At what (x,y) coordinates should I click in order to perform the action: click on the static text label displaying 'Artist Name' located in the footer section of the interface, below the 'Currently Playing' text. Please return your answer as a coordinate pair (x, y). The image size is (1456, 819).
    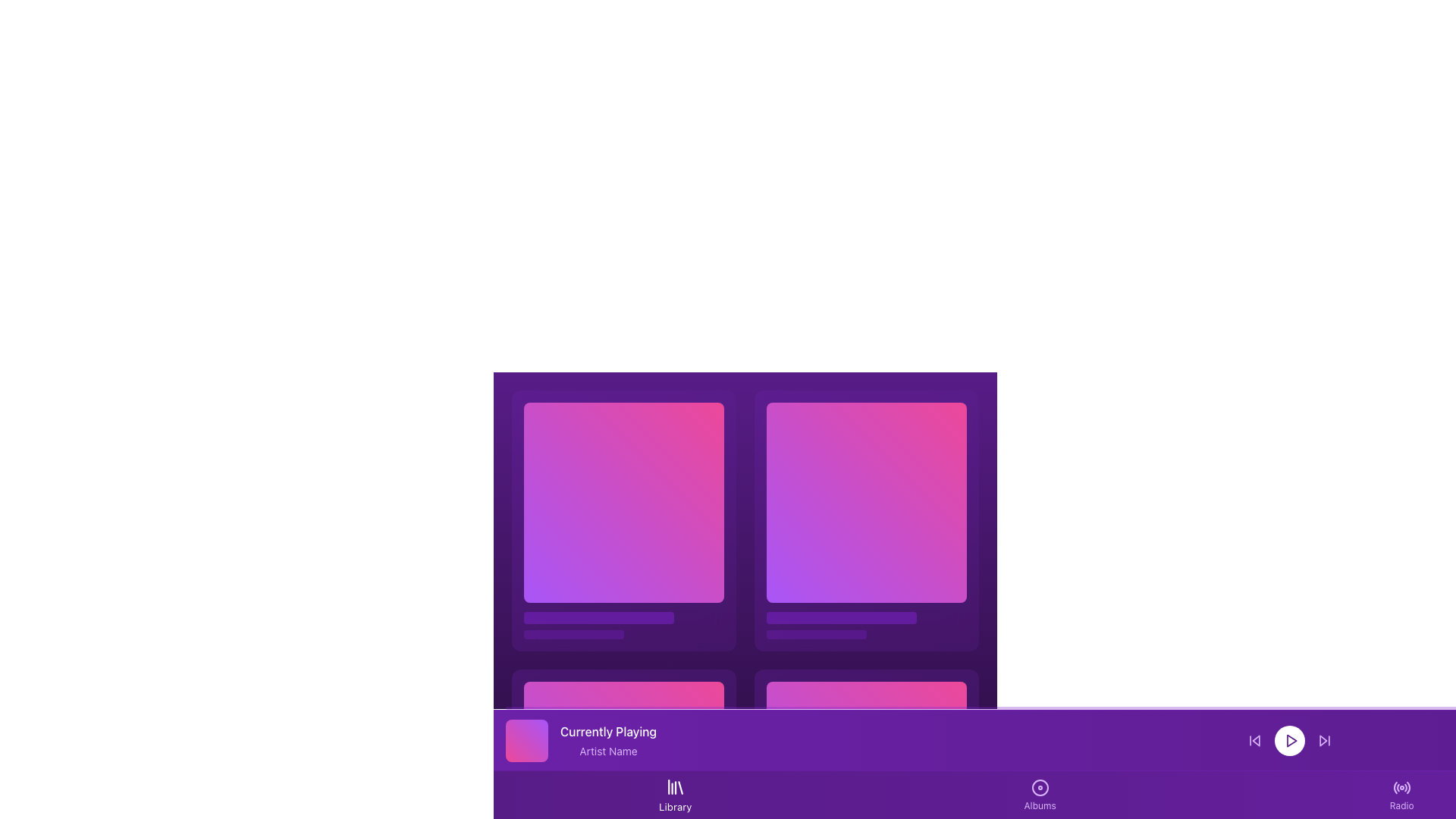
    Looking at the image, I should click on (608, 751).